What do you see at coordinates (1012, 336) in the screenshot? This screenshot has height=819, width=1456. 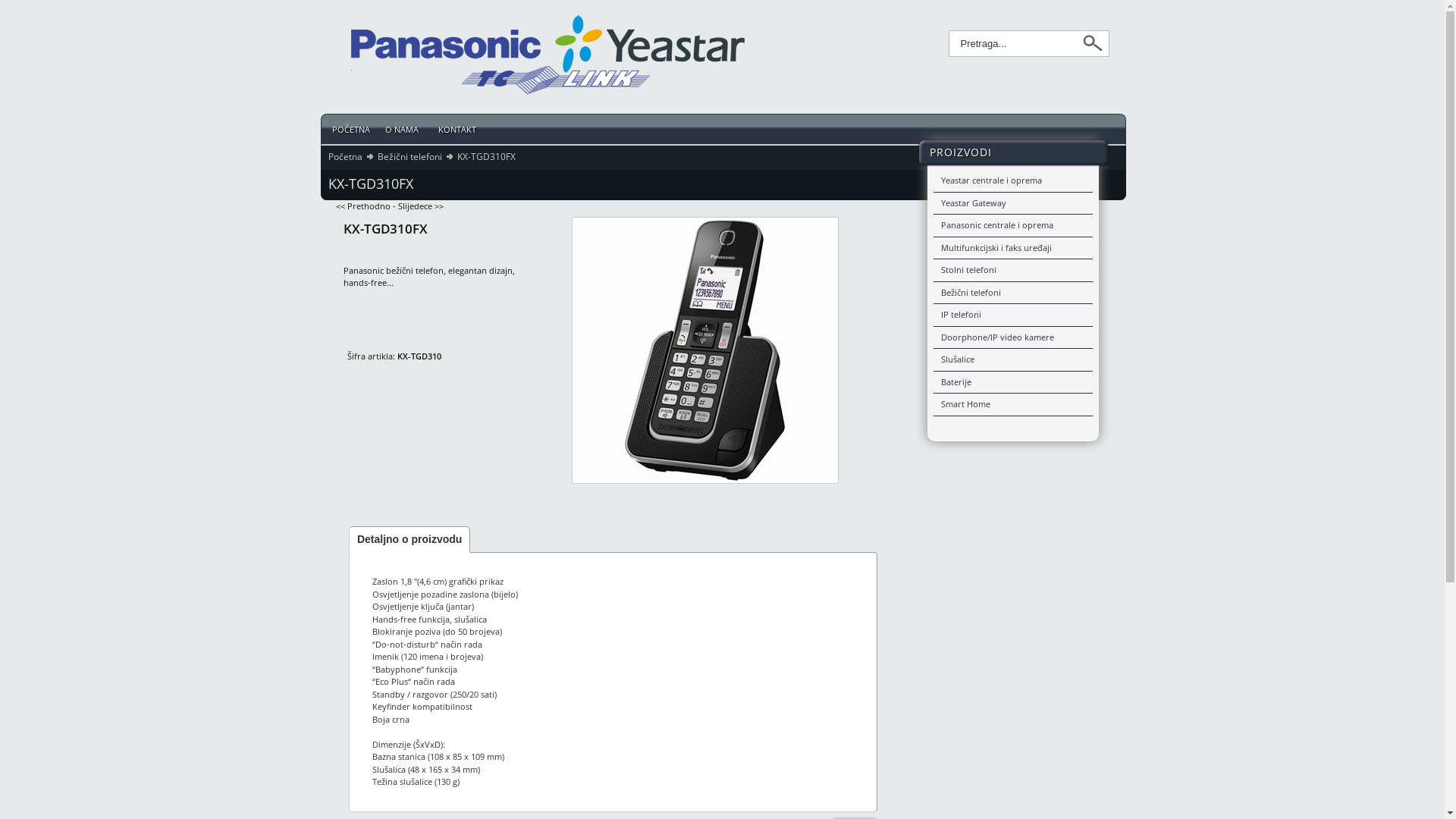 I see `'Doorphone/IP video kamere'` at bounding box center [1012, 336].